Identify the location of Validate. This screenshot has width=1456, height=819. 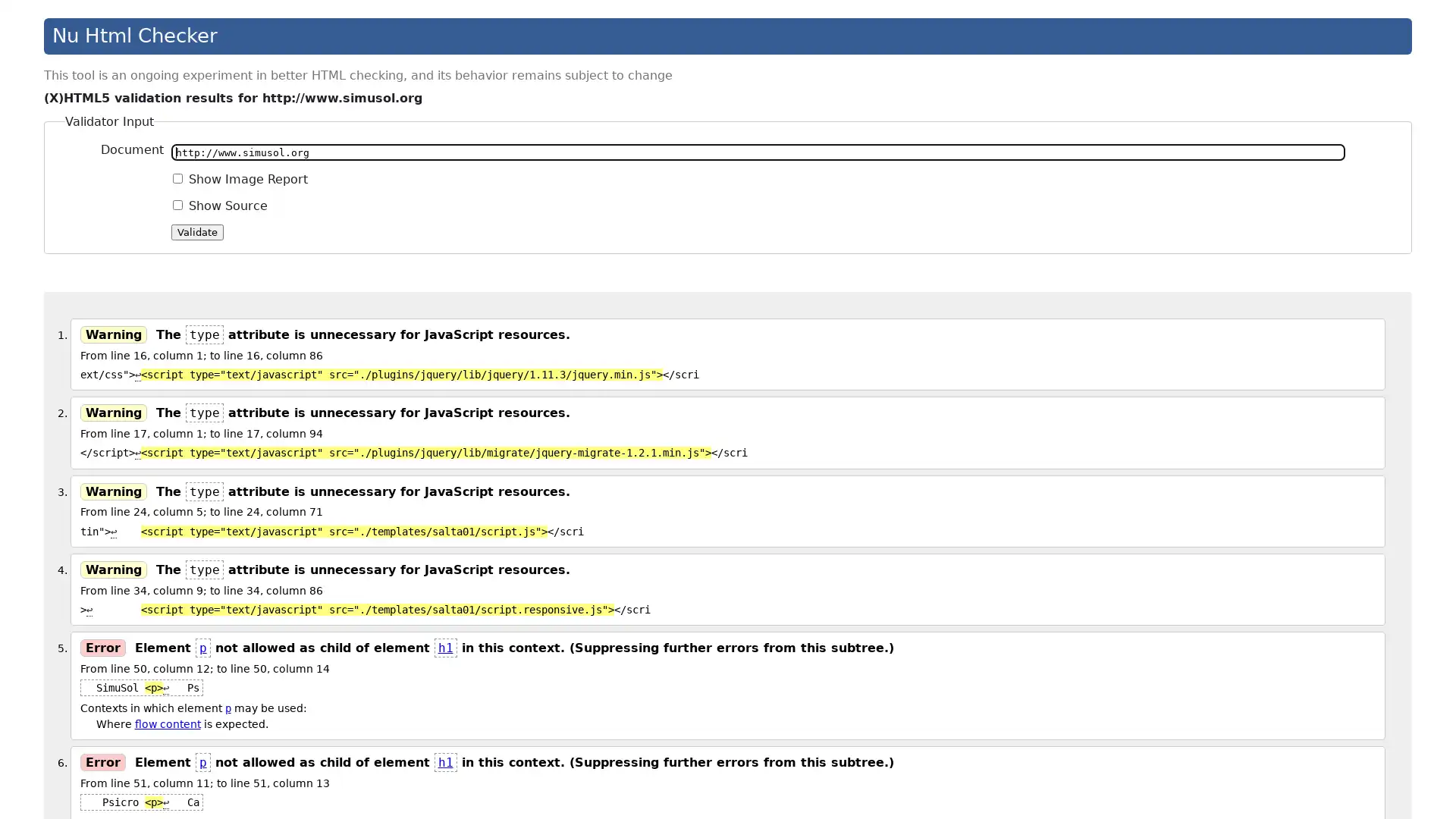
(196, 231).